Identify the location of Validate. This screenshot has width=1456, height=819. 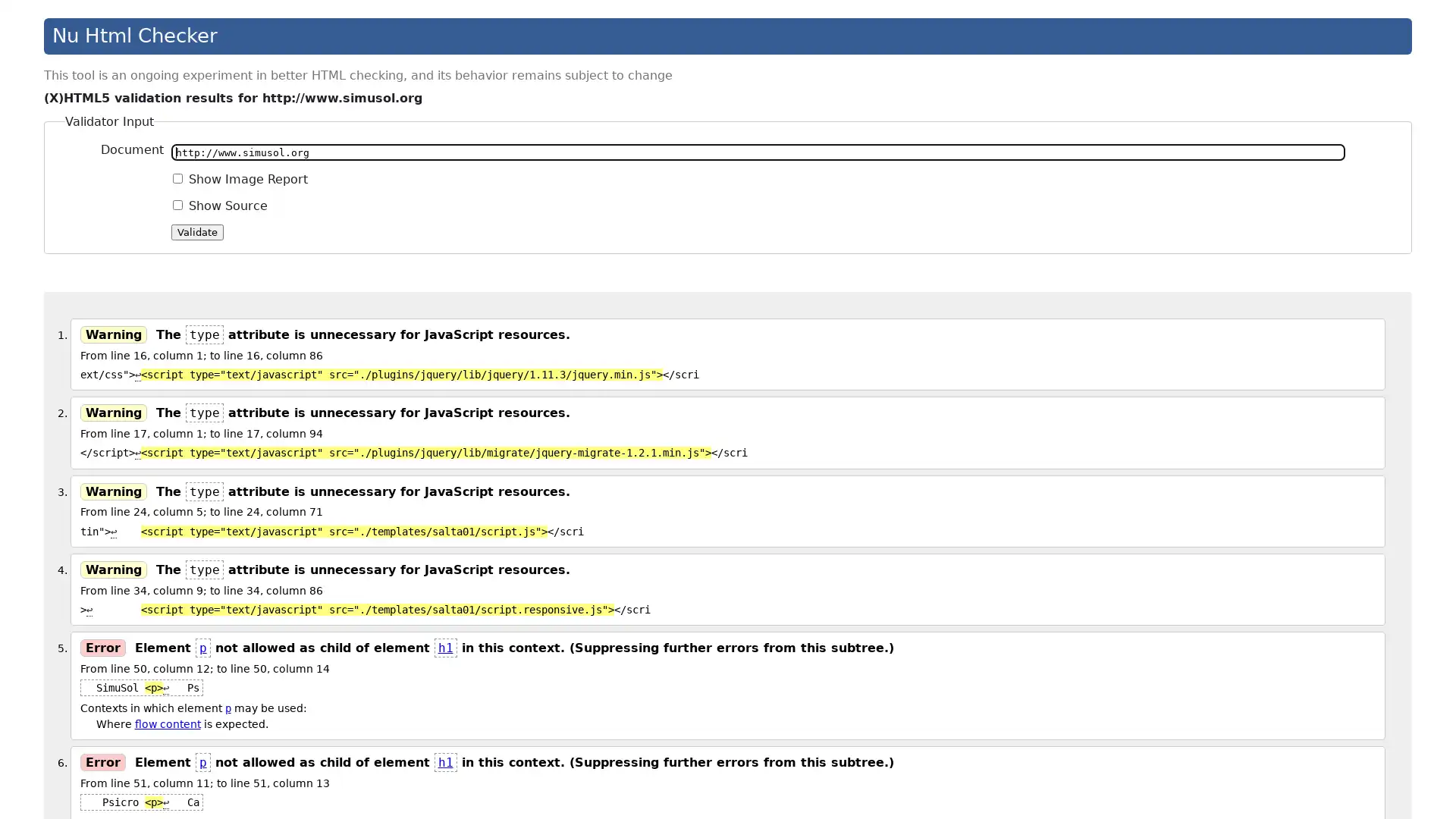
(196, 231).